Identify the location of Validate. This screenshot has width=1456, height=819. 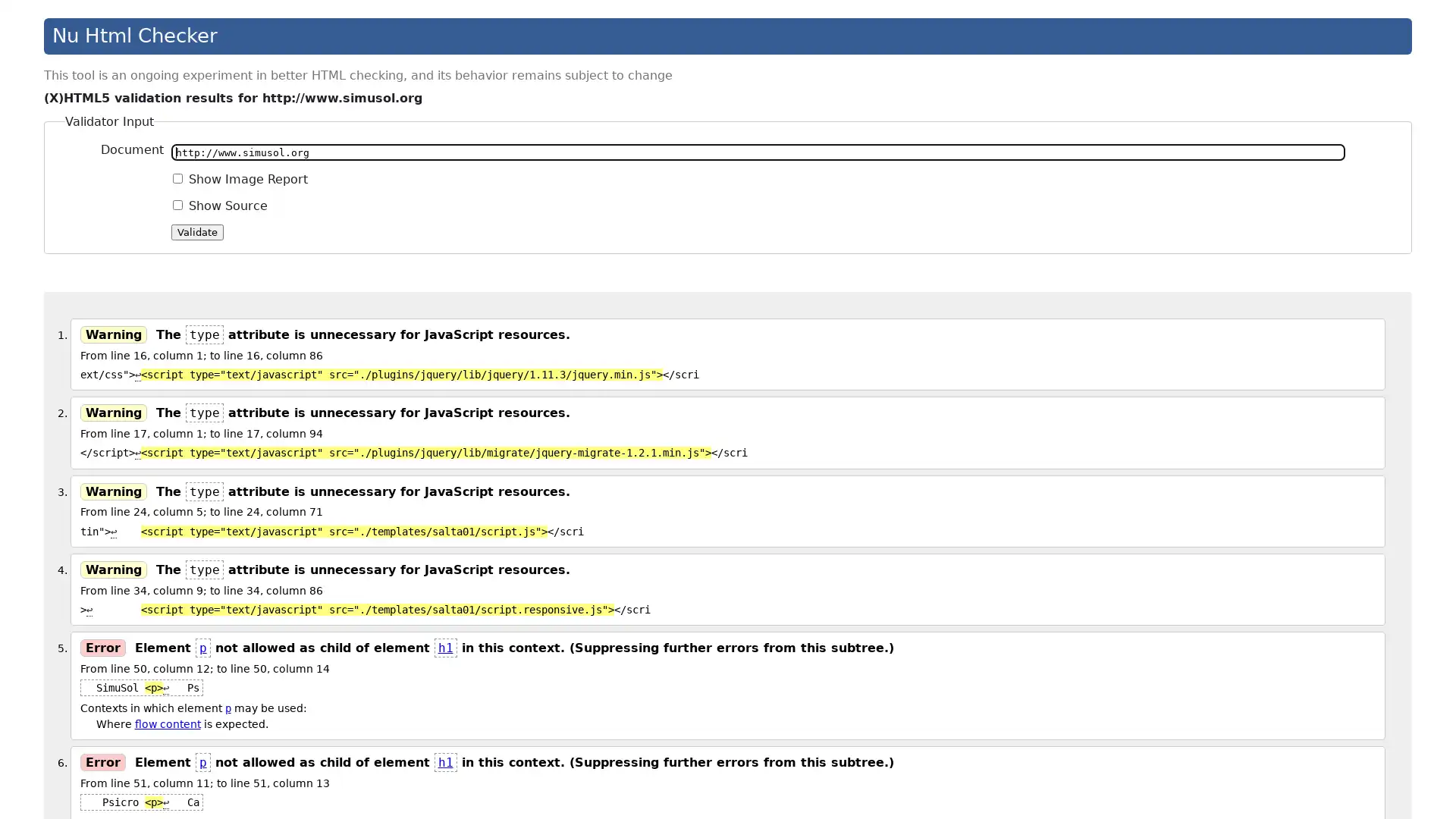
(196, 231).